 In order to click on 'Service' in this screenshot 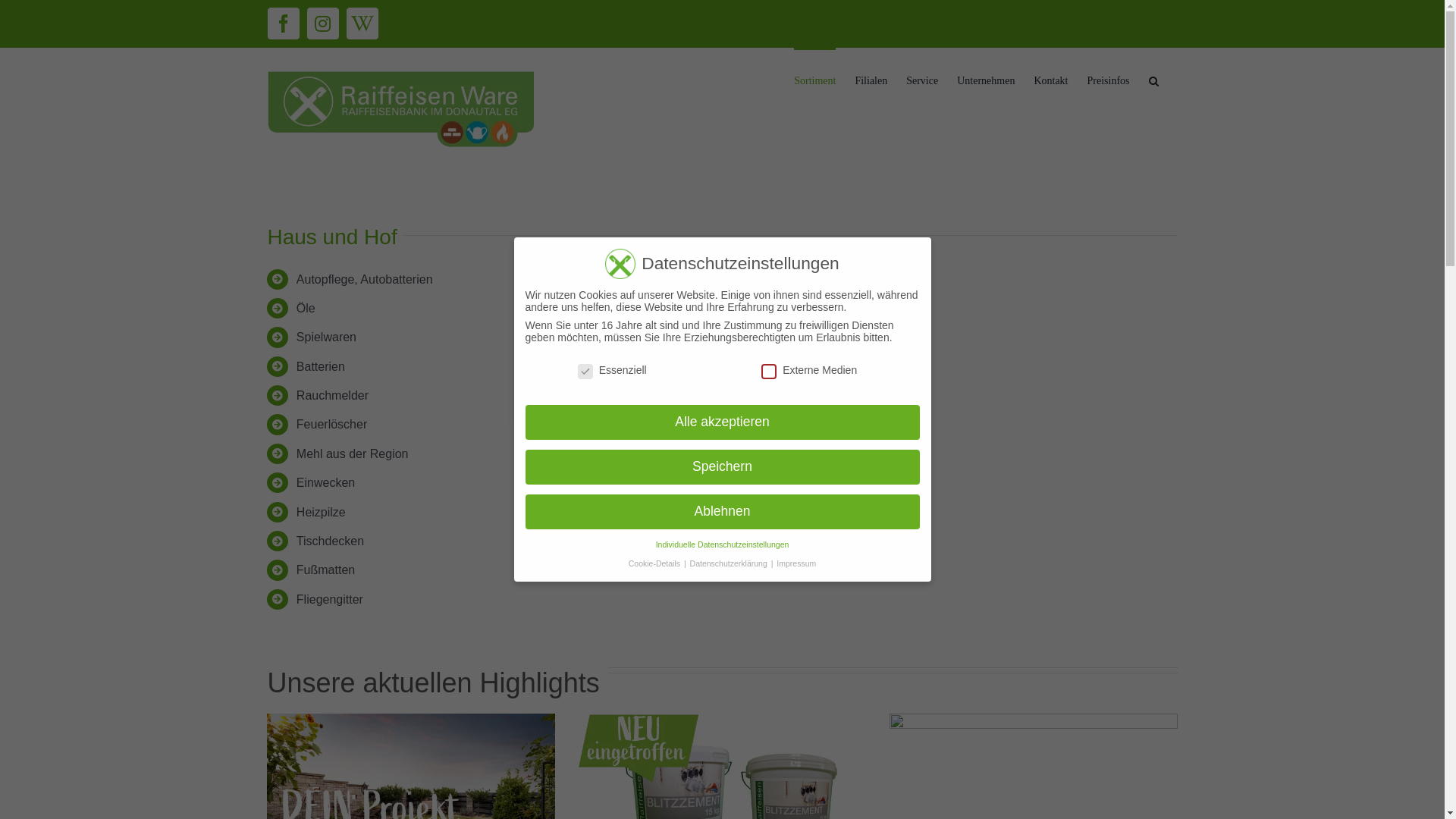, I will do `click(921, 79)`.